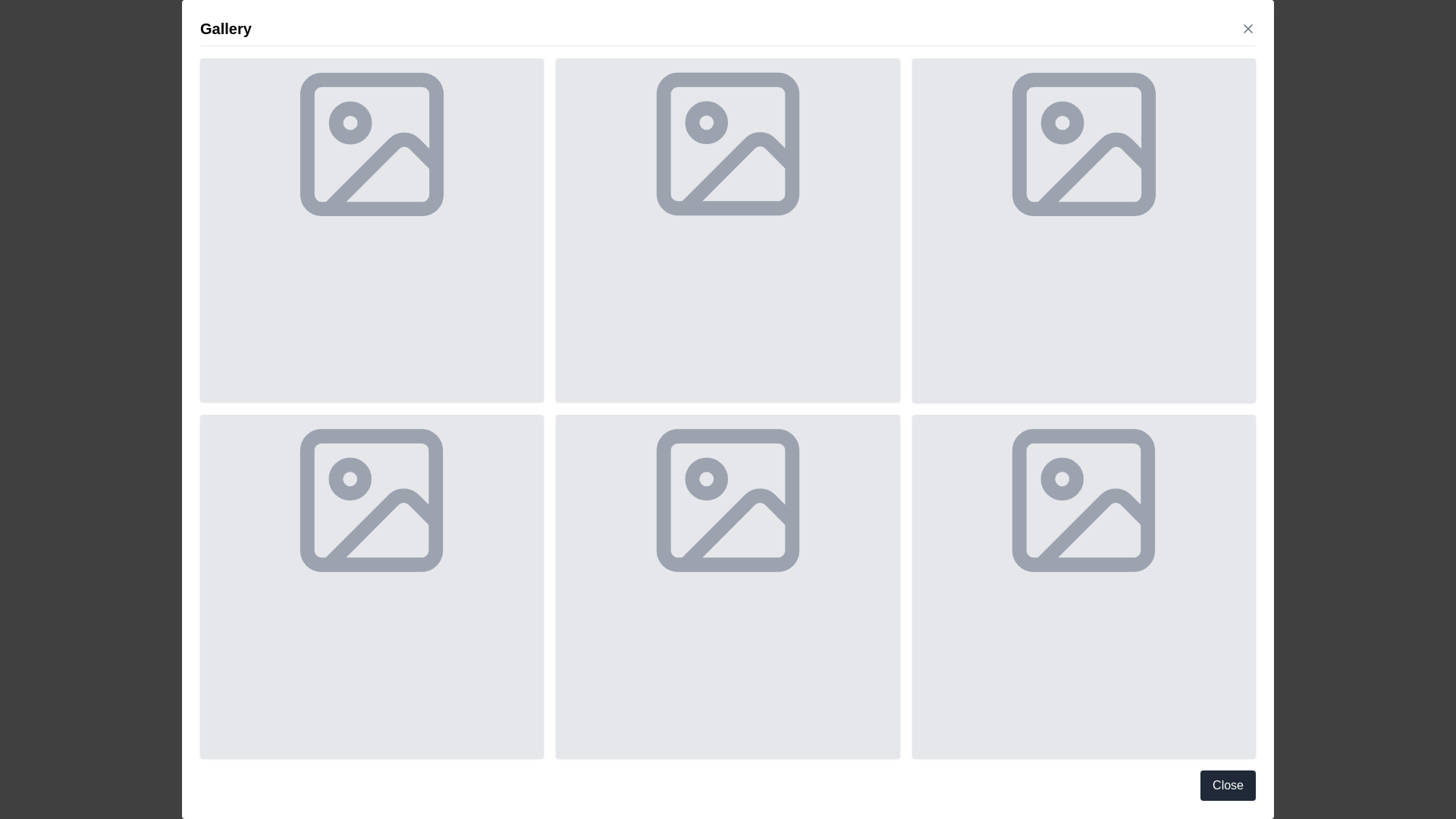  What do you see at coordinates (728, 144) in the screenshot?
I see `the rectangular decorative element with rounded edges and a light grey background, part of an SVG icon located in the top-center cell of a grid layout` at bounding box center [728, 144].